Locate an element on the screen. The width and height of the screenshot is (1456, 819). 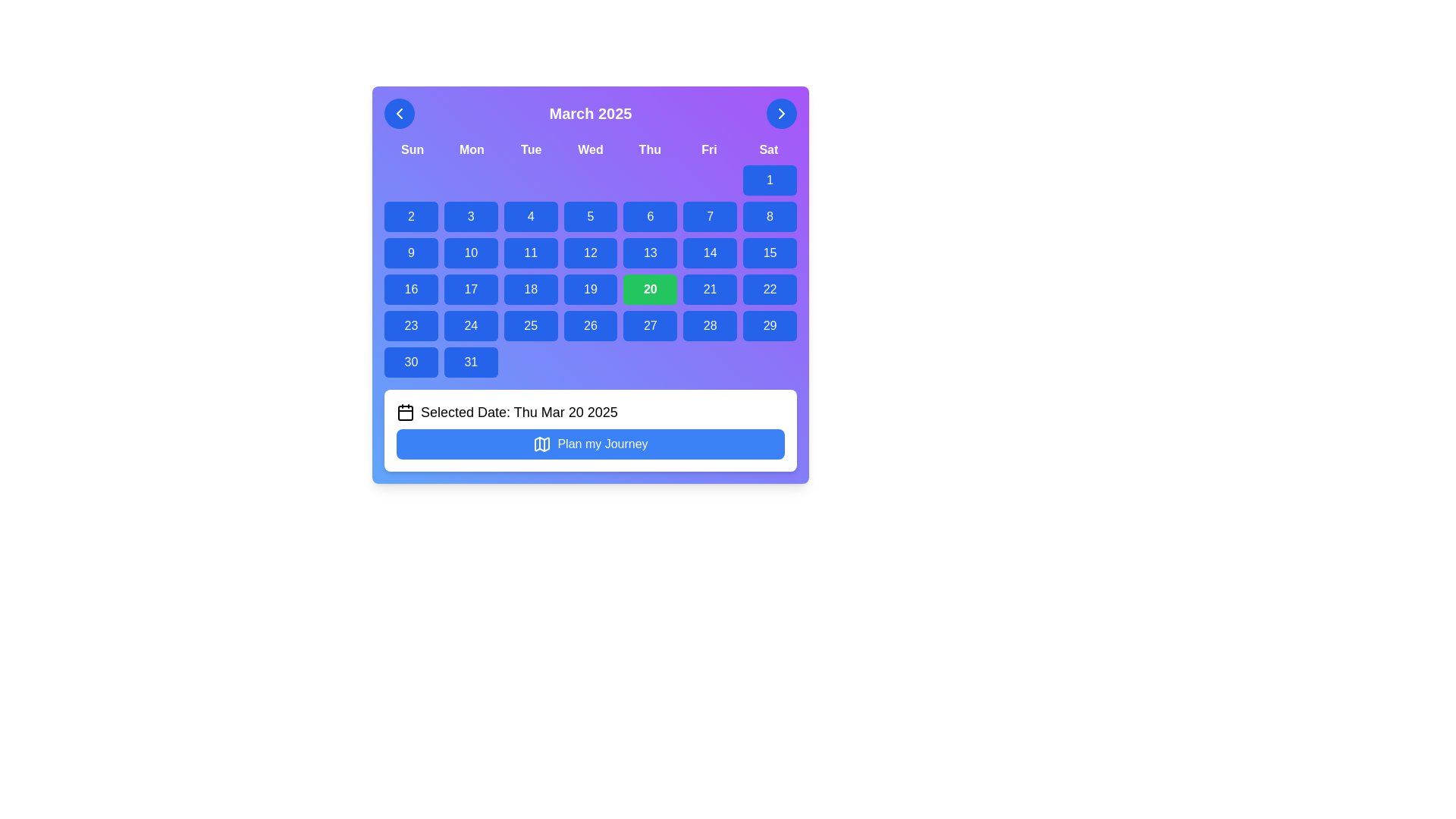
the rectangular blue button displaying '31' to trigger its hover state is located at coordinates (470, 362).